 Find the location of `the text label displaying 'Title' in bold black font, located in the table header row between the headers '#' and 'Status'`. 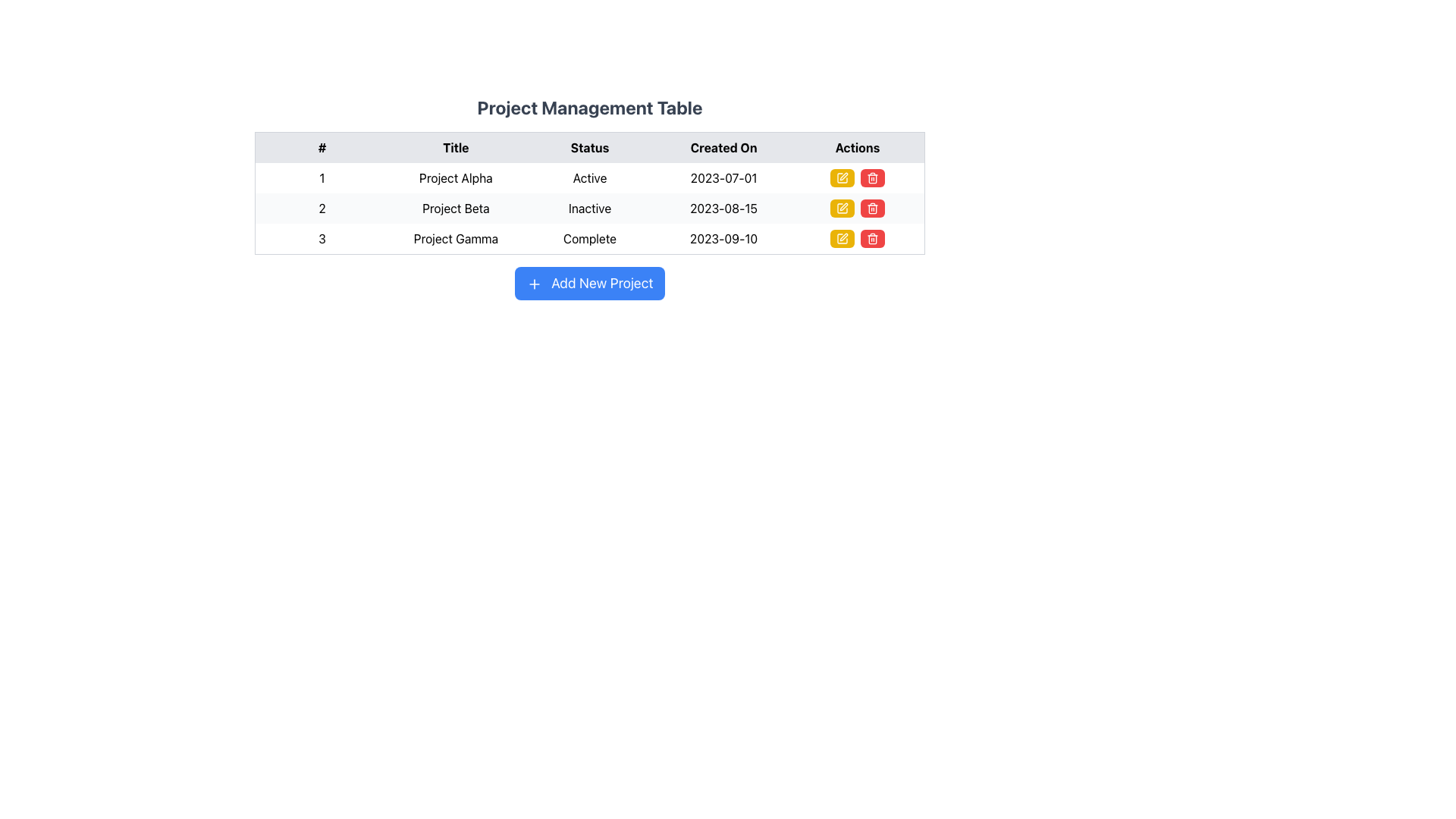

the text label displaying 'Title' in bold black font, located in the table header row between the headers '#' and 'Status' is located at coordinates (455, 147).